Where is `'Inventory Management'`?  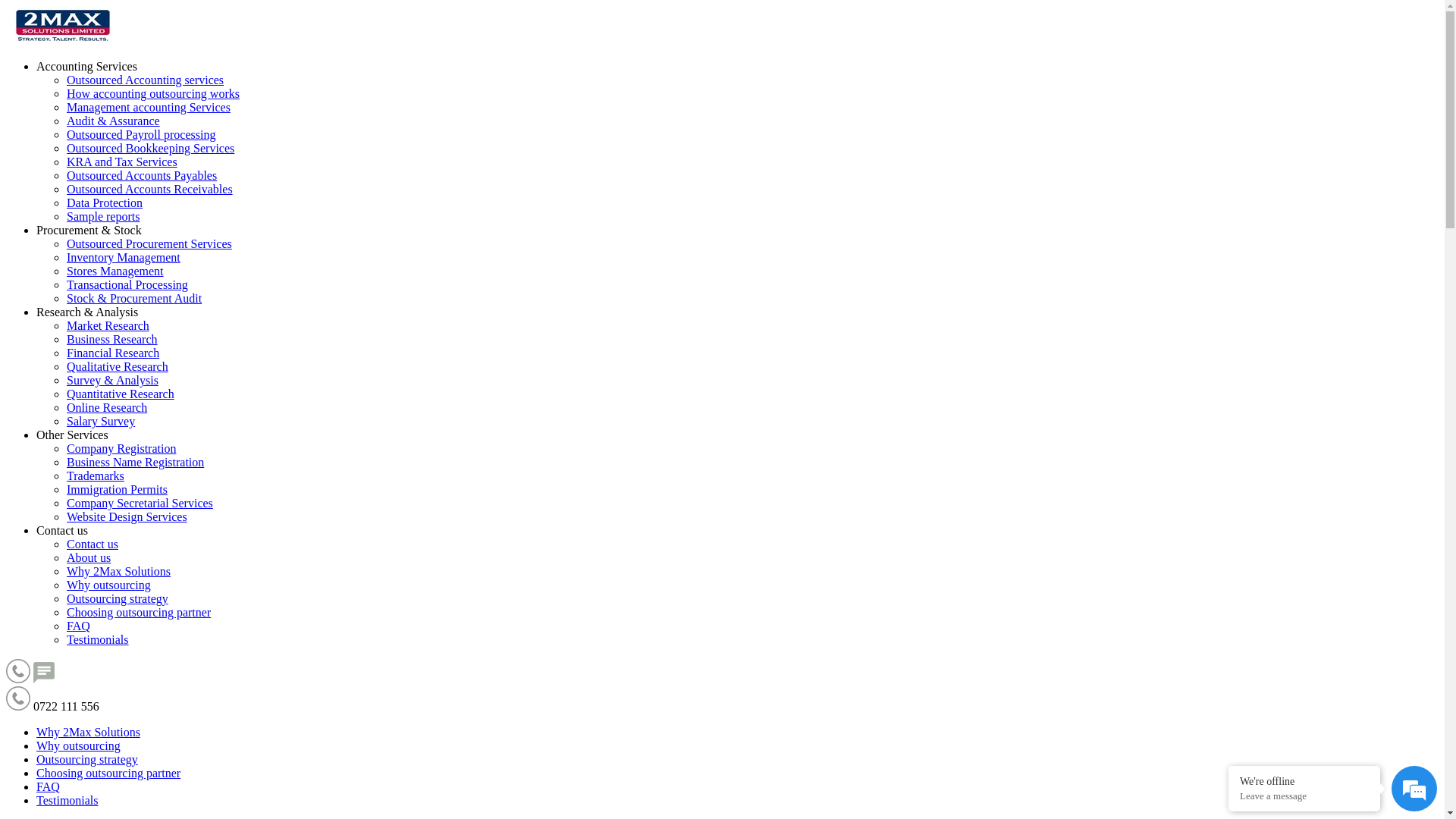
'Inventory Management' is located at coordinates (124, 256).